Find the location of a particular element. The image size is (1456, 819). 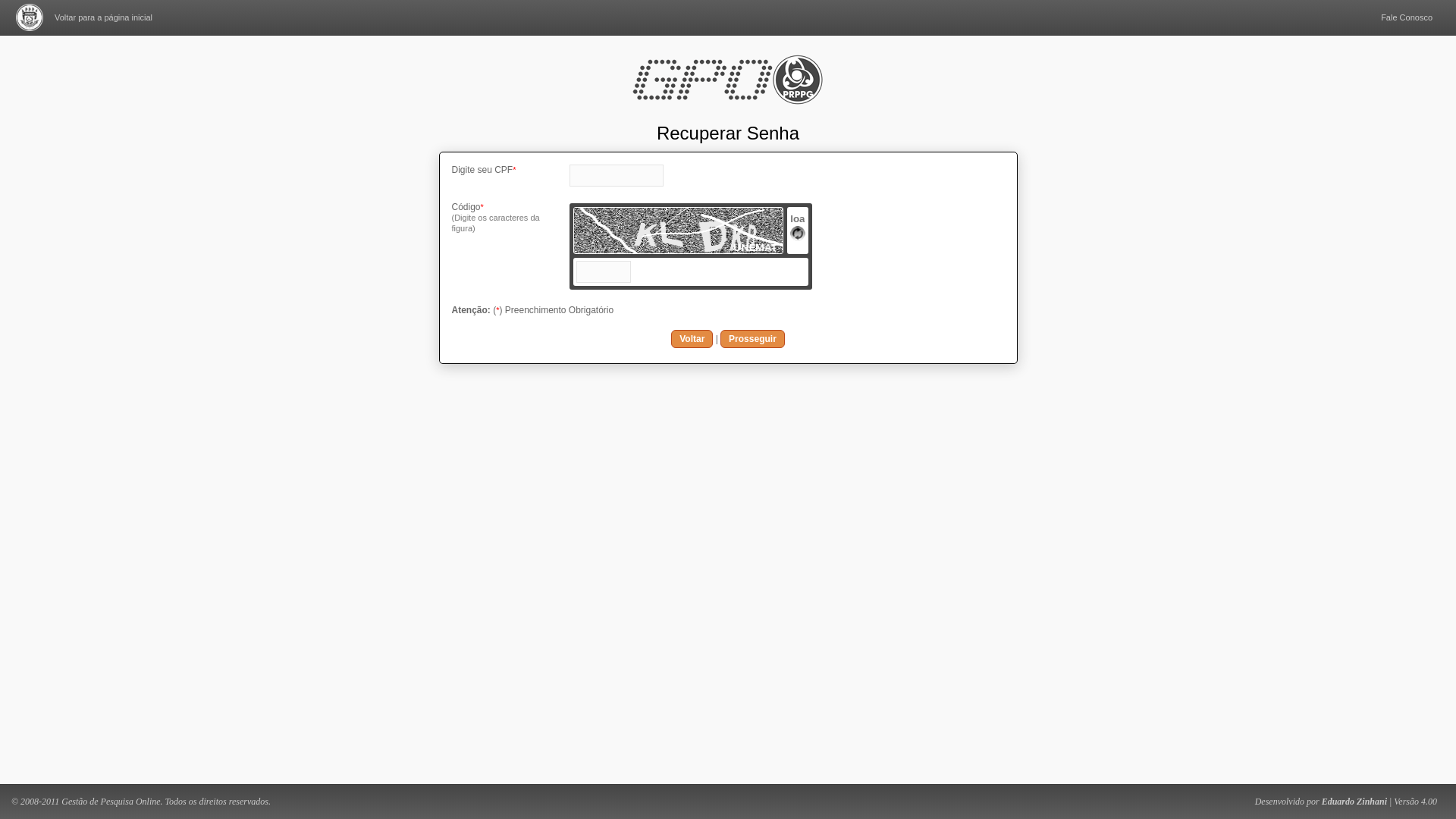

'Fale Conosco' is located at coordinates (1405, 17).